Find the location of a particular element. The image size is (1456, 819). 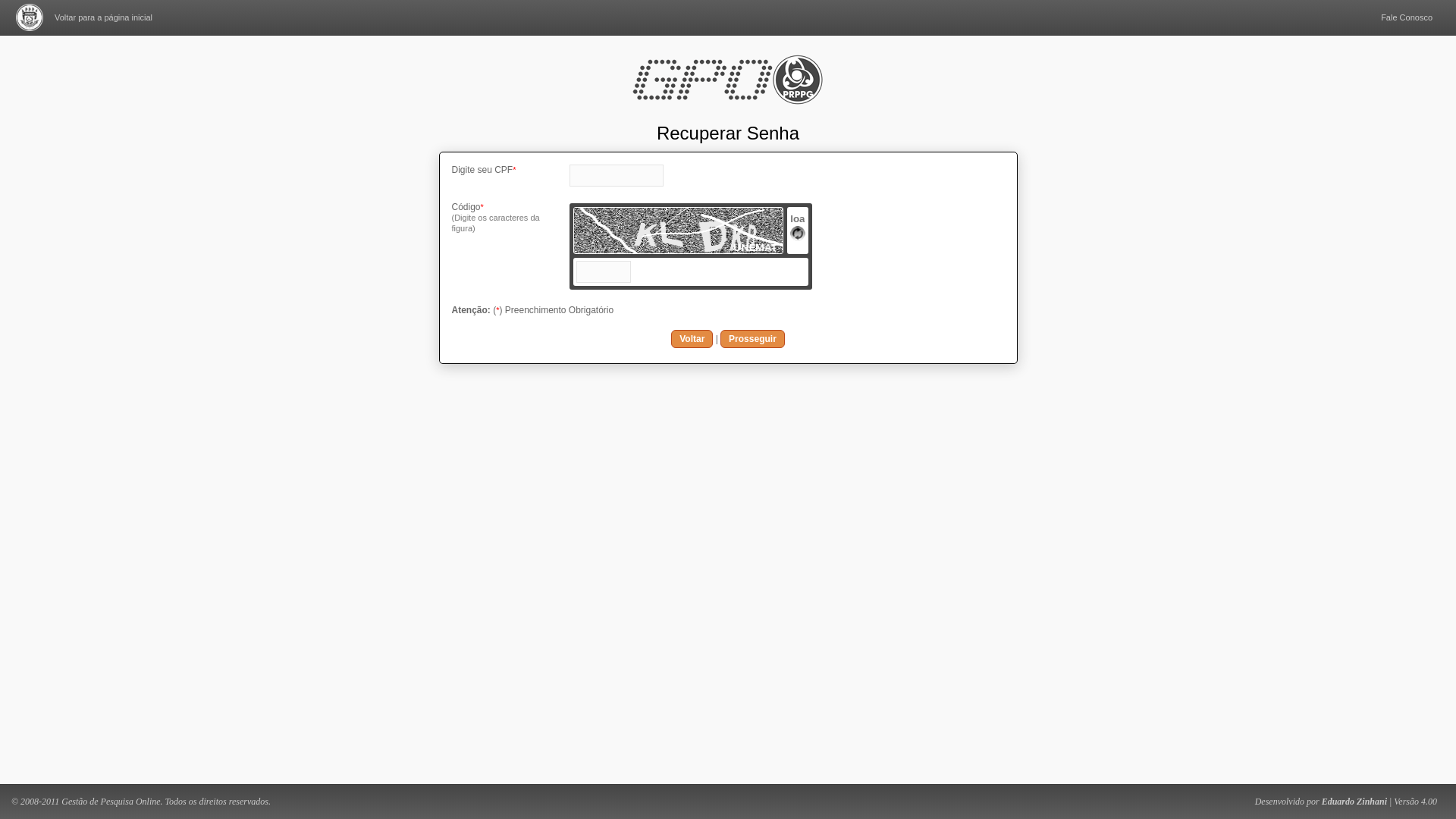

'Fale Conosco' is located at coordinates (1405, 17).